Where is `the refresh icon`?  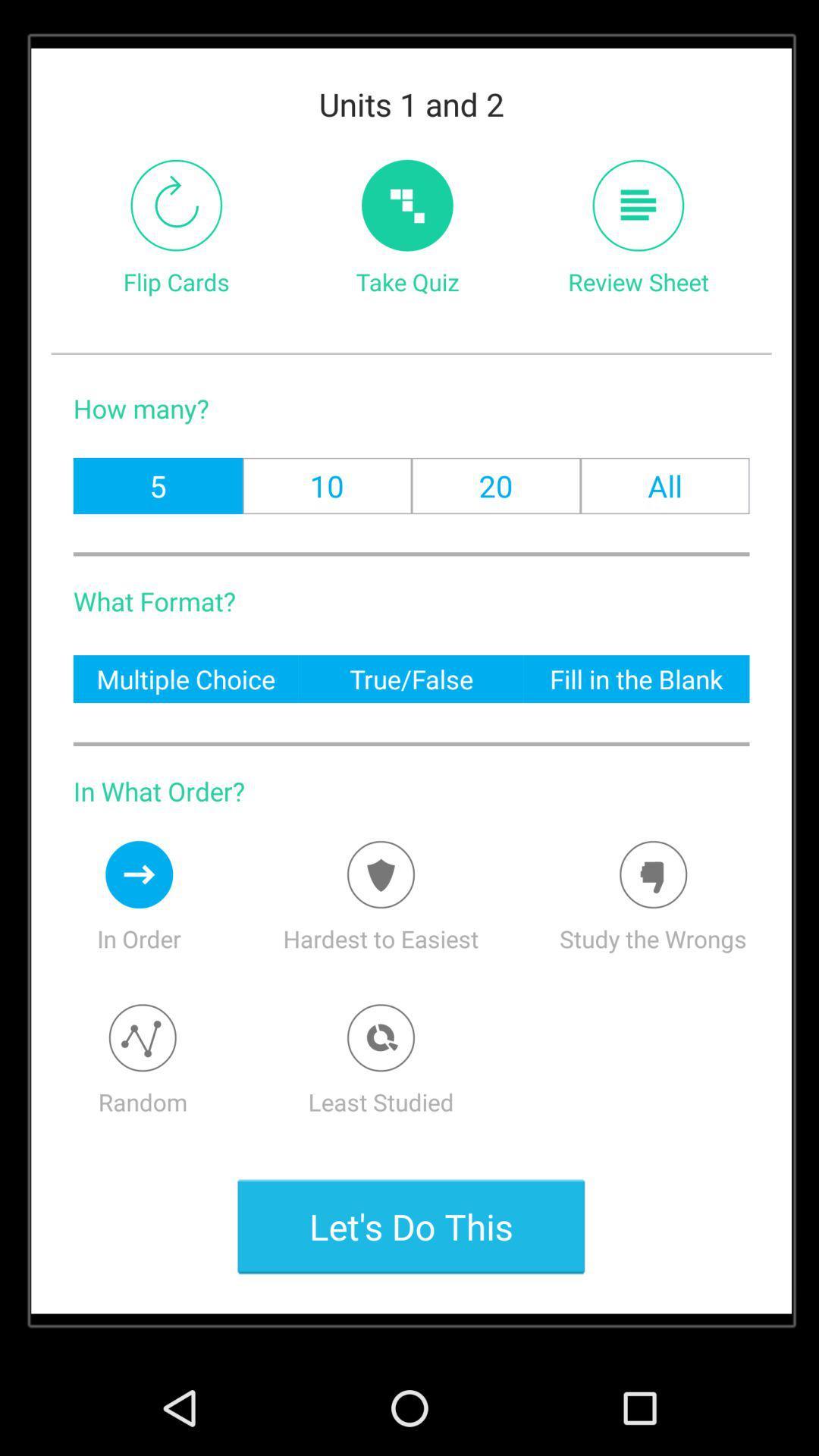 the refresh icon is located at coordinates (175, 219).